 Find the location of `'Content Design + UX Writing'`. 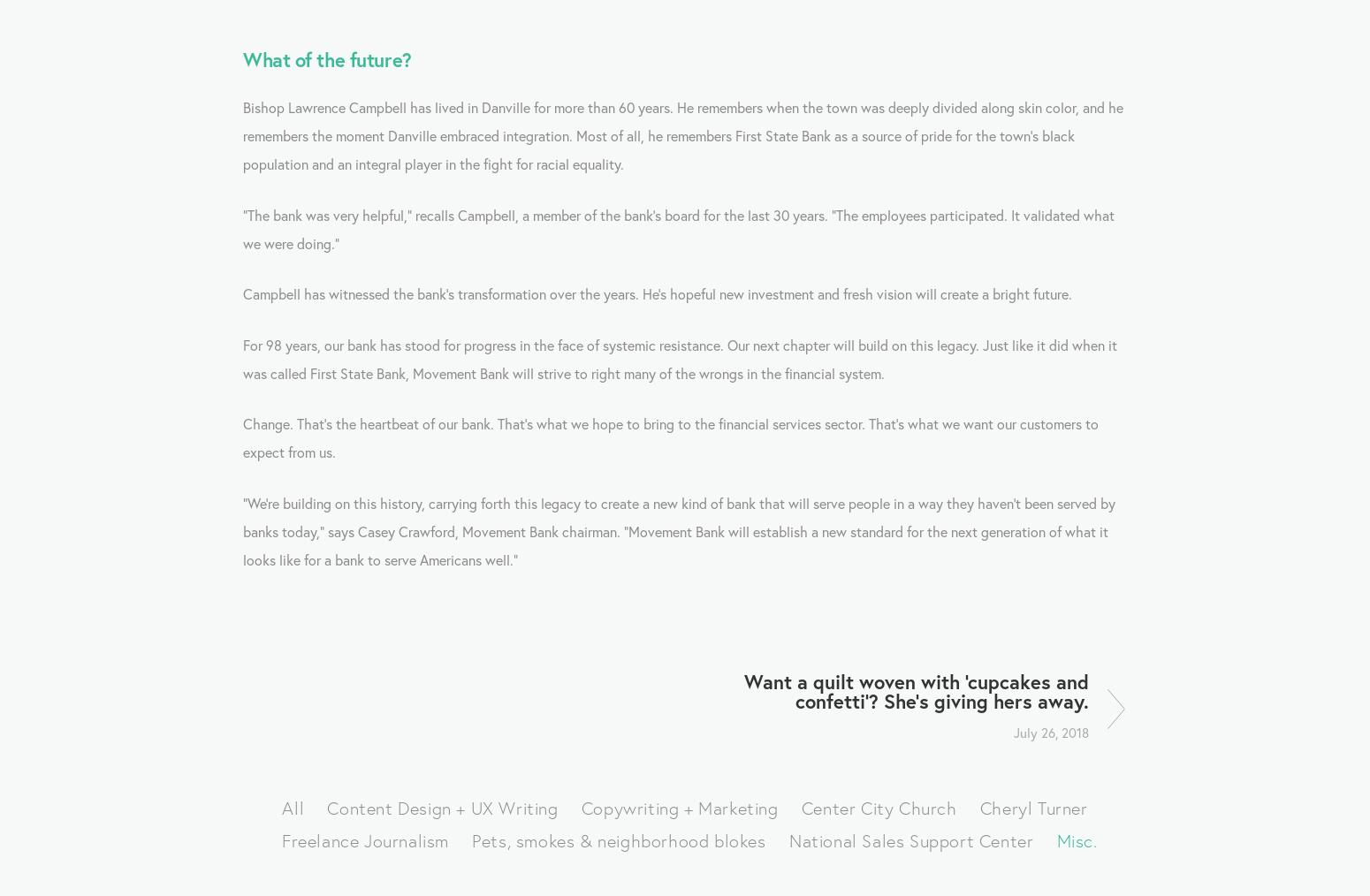

'Content Design + UX Writing' is located at coordinates (441, 806).